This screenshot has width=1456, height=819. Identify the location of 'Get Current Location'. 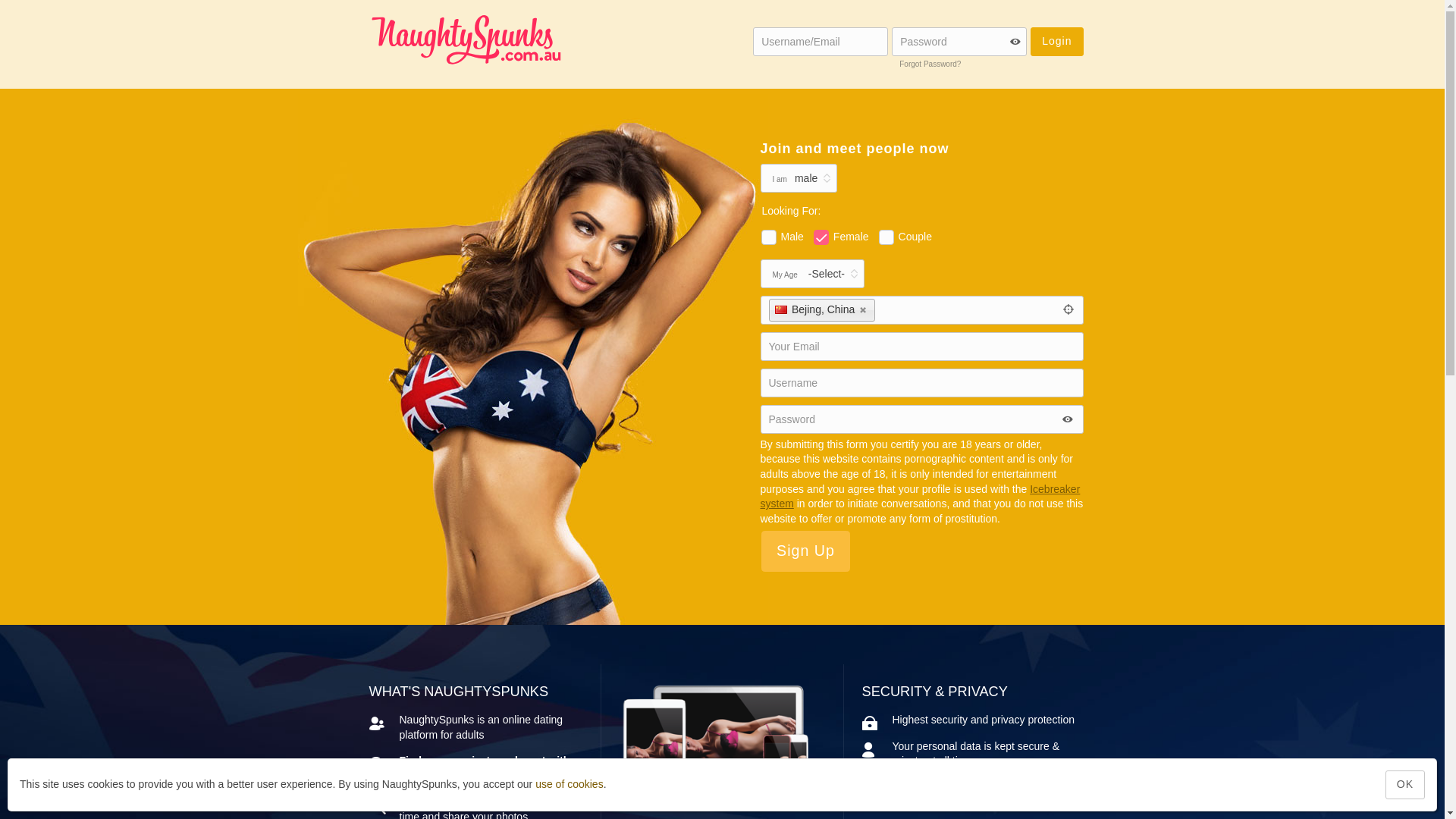
(1068, 309).